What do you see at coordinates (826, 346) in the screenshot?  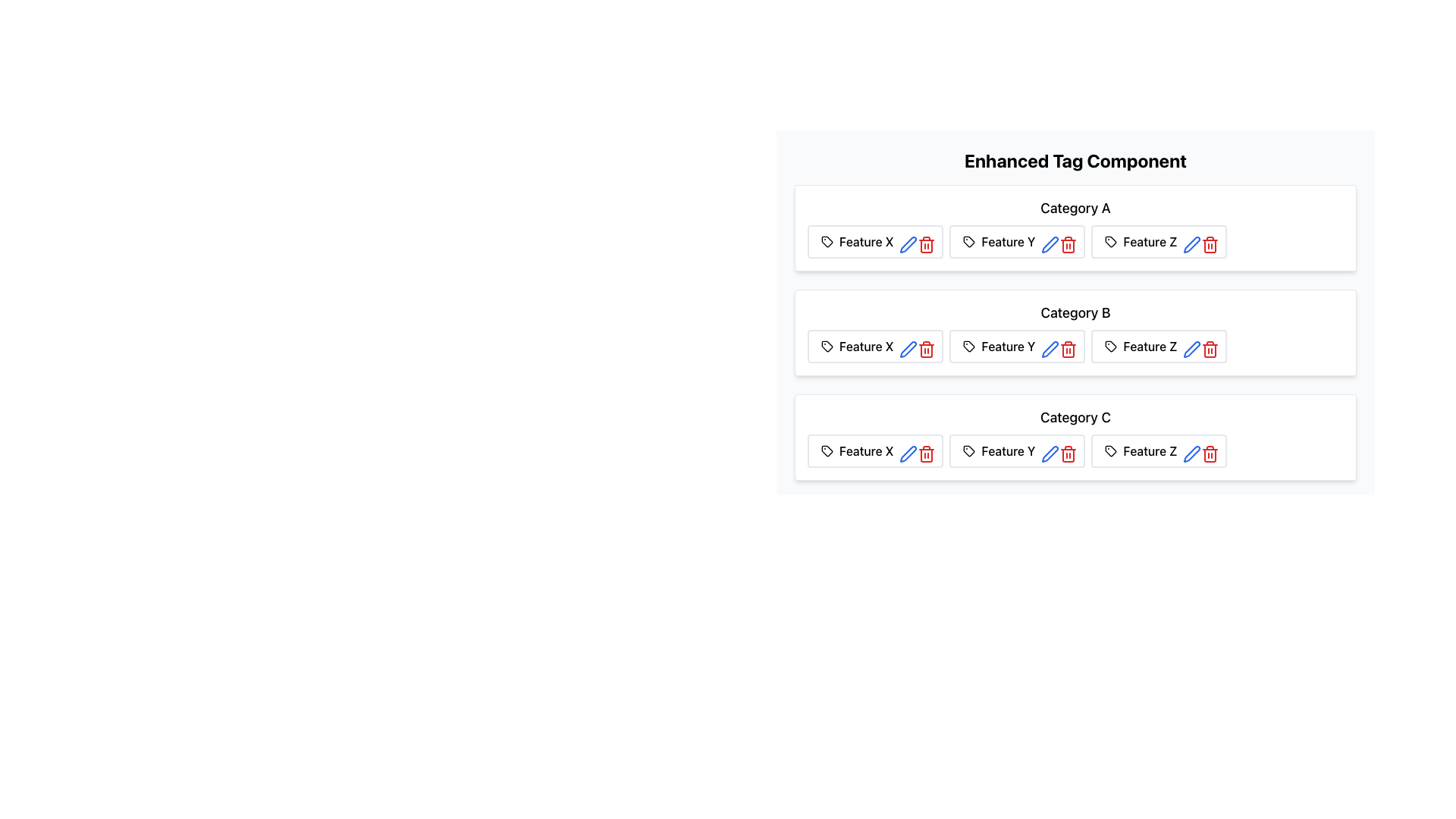 I see `the tag icon styled in black located in the second row under 'Category B', adjacent to 'Feature X'` at bounding box center [826, 346].